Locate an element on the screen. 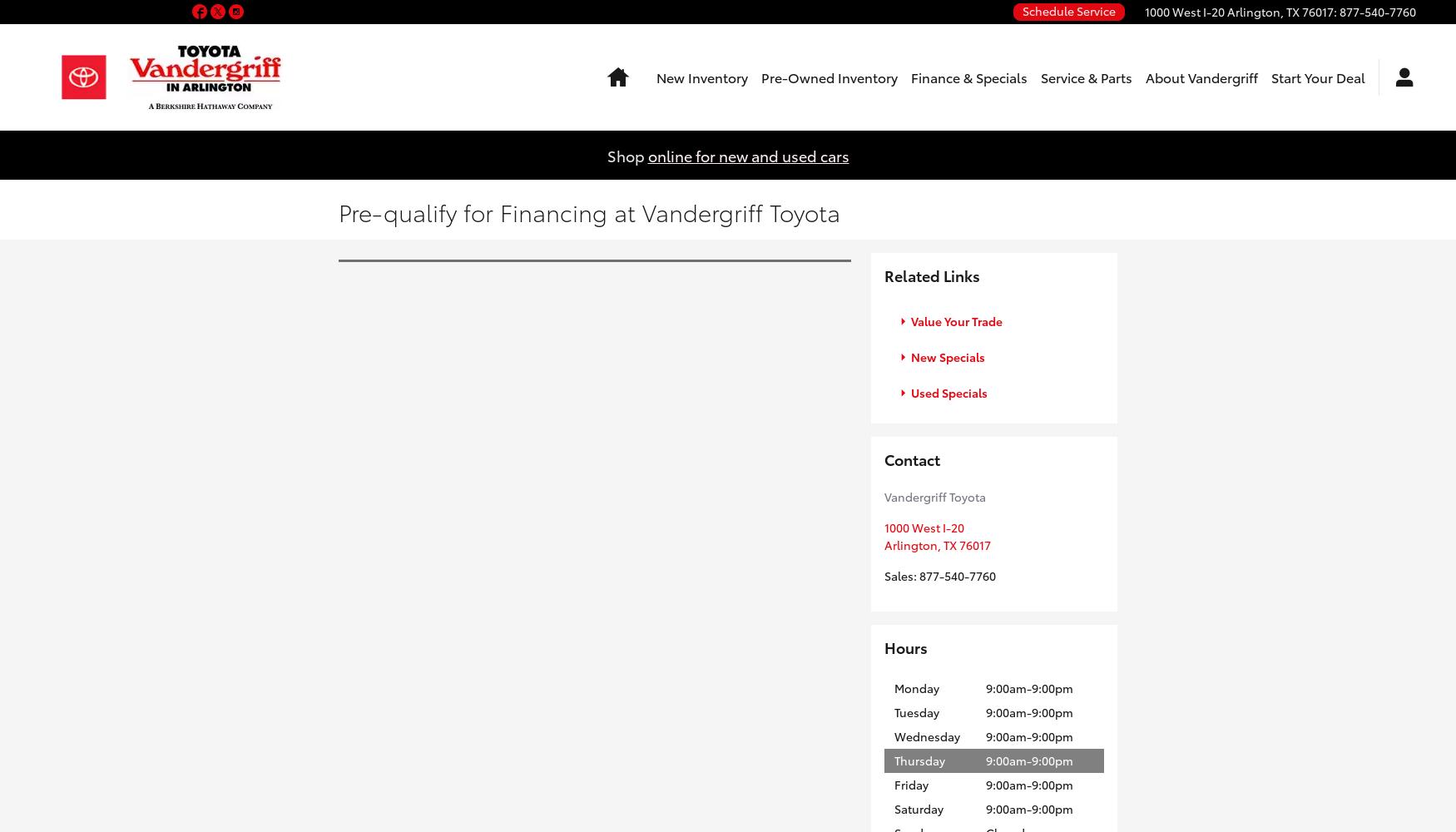  'Pre-Owned Inventory' is located at coordinates (829, 76).